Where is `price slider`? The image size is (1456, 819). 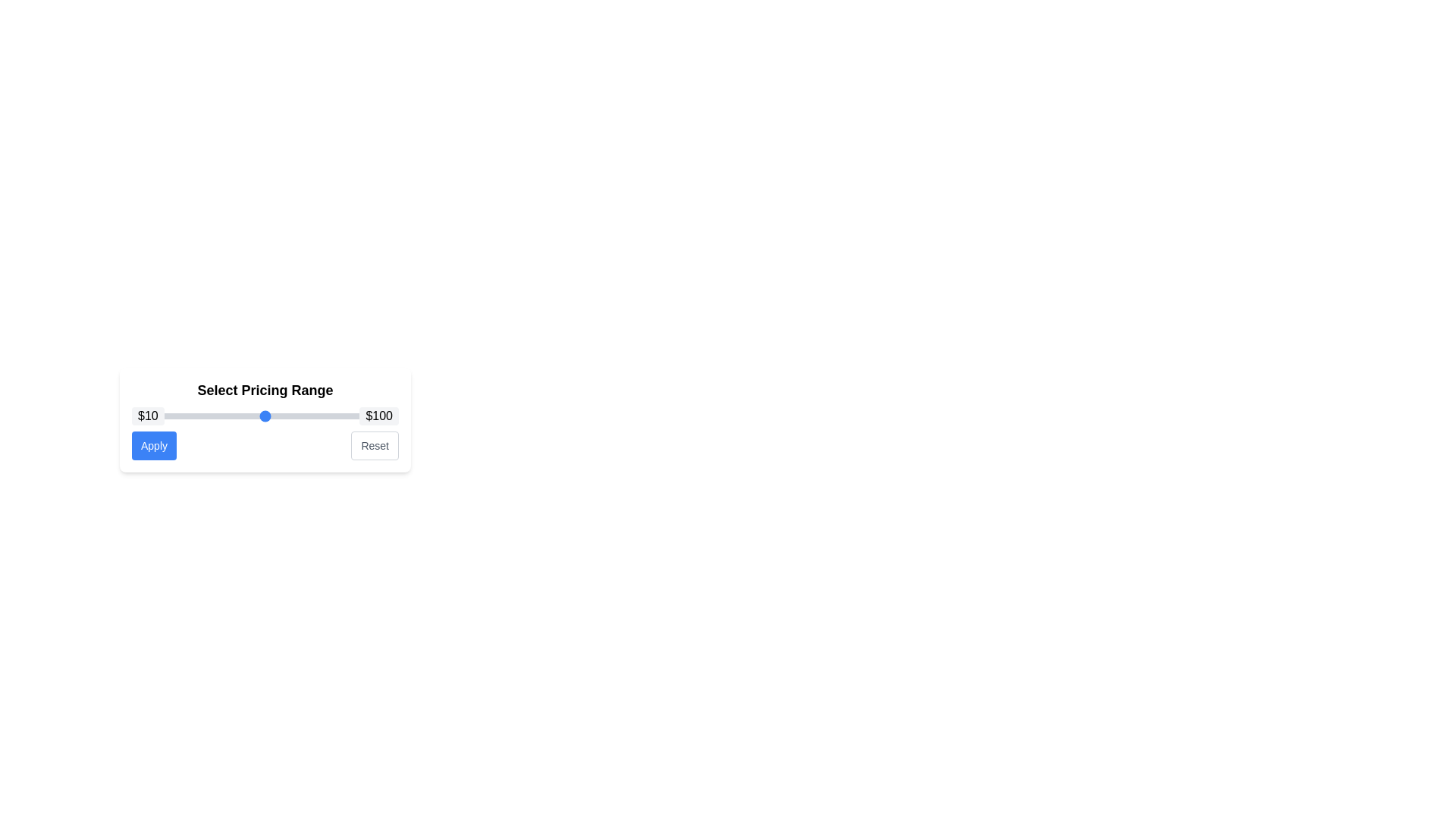 price slider is located at coordinates (137, 416).